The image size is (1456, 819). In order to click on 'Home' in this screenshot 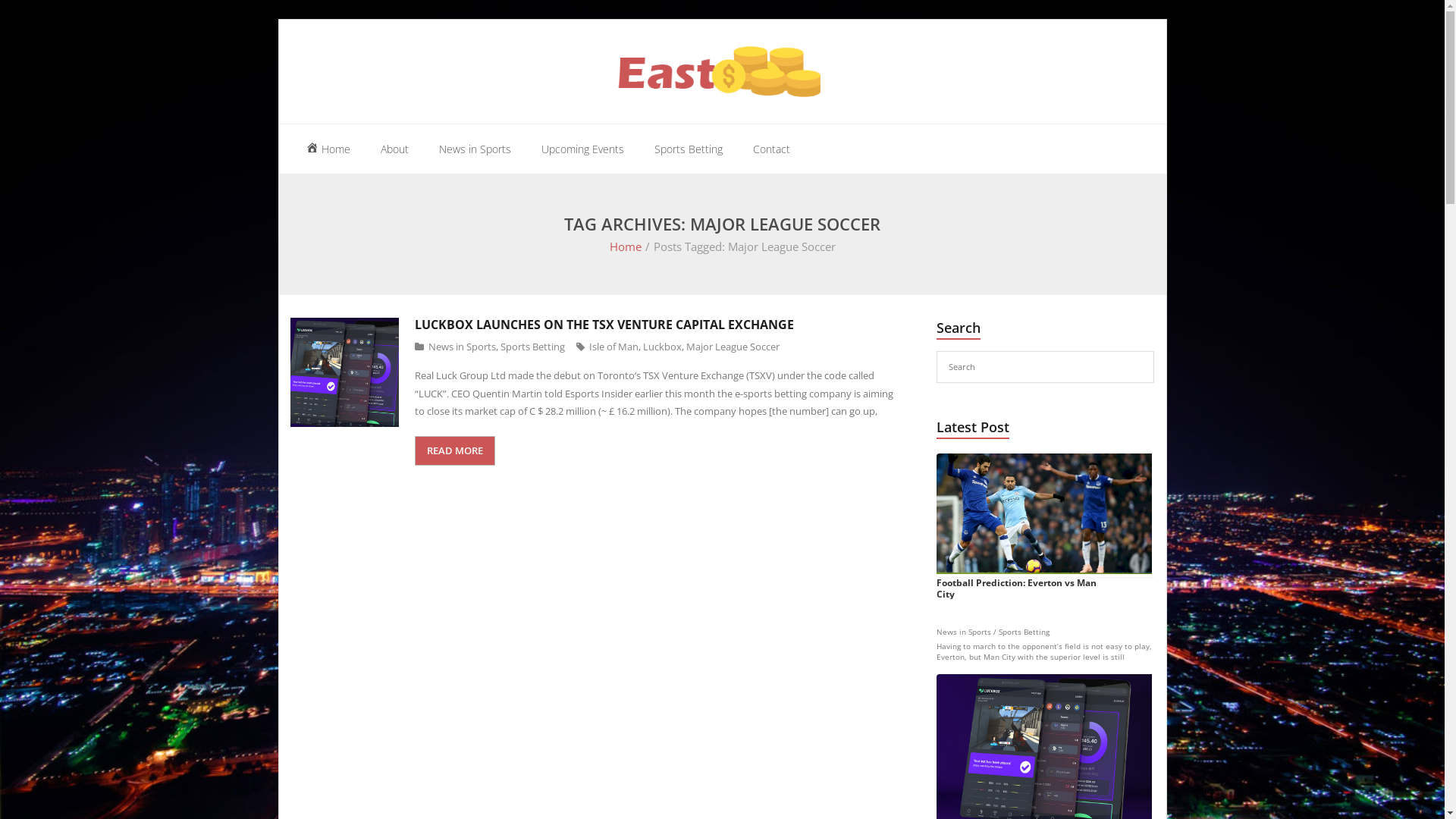, I will do `click(626, 245)`.